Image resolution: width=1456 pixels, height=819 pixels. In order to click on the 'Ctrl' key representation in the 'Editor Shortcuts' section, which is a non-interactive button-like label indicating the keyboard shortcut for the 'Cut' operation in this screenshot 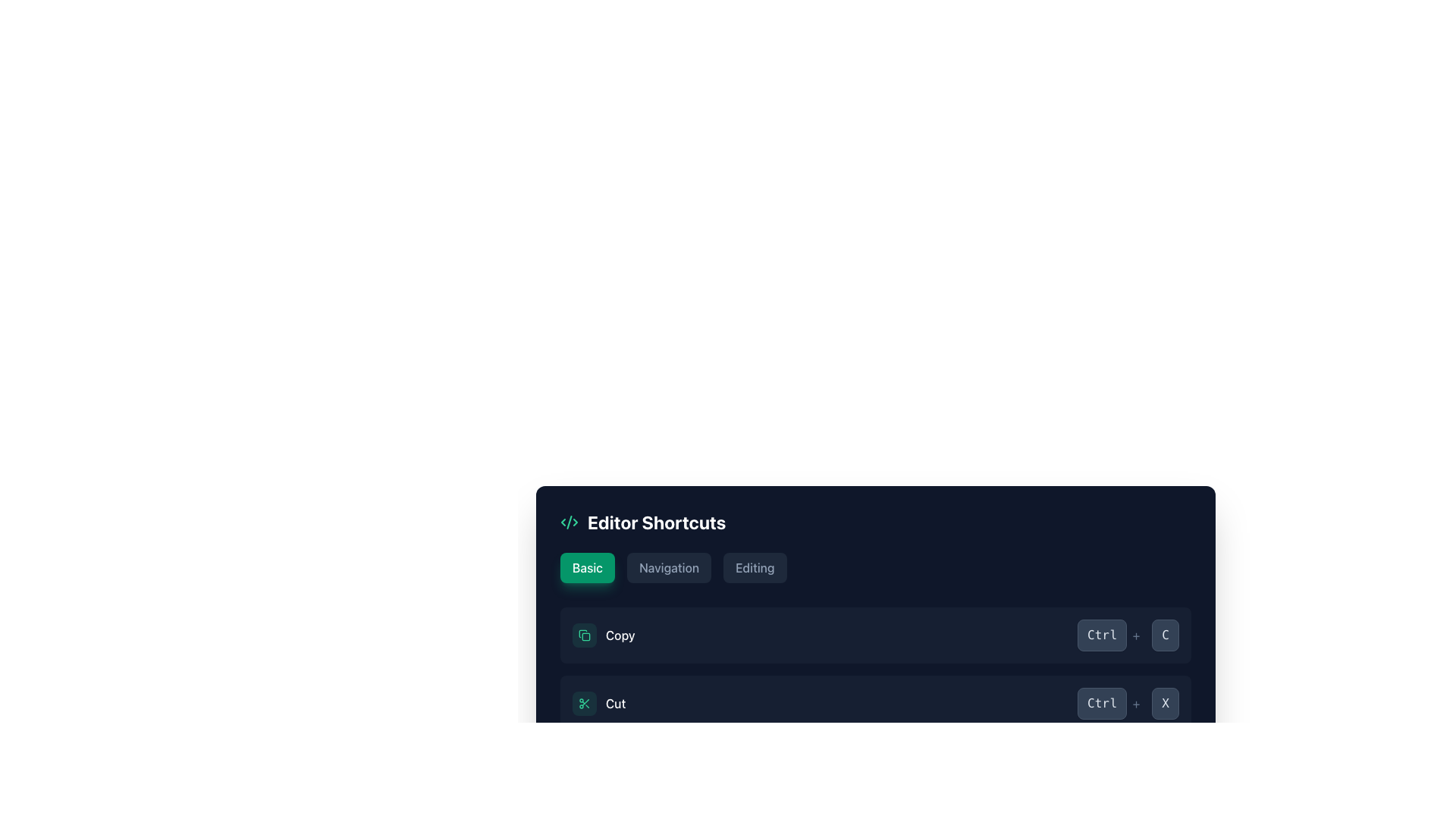, I will do `click(1102, 704)`.